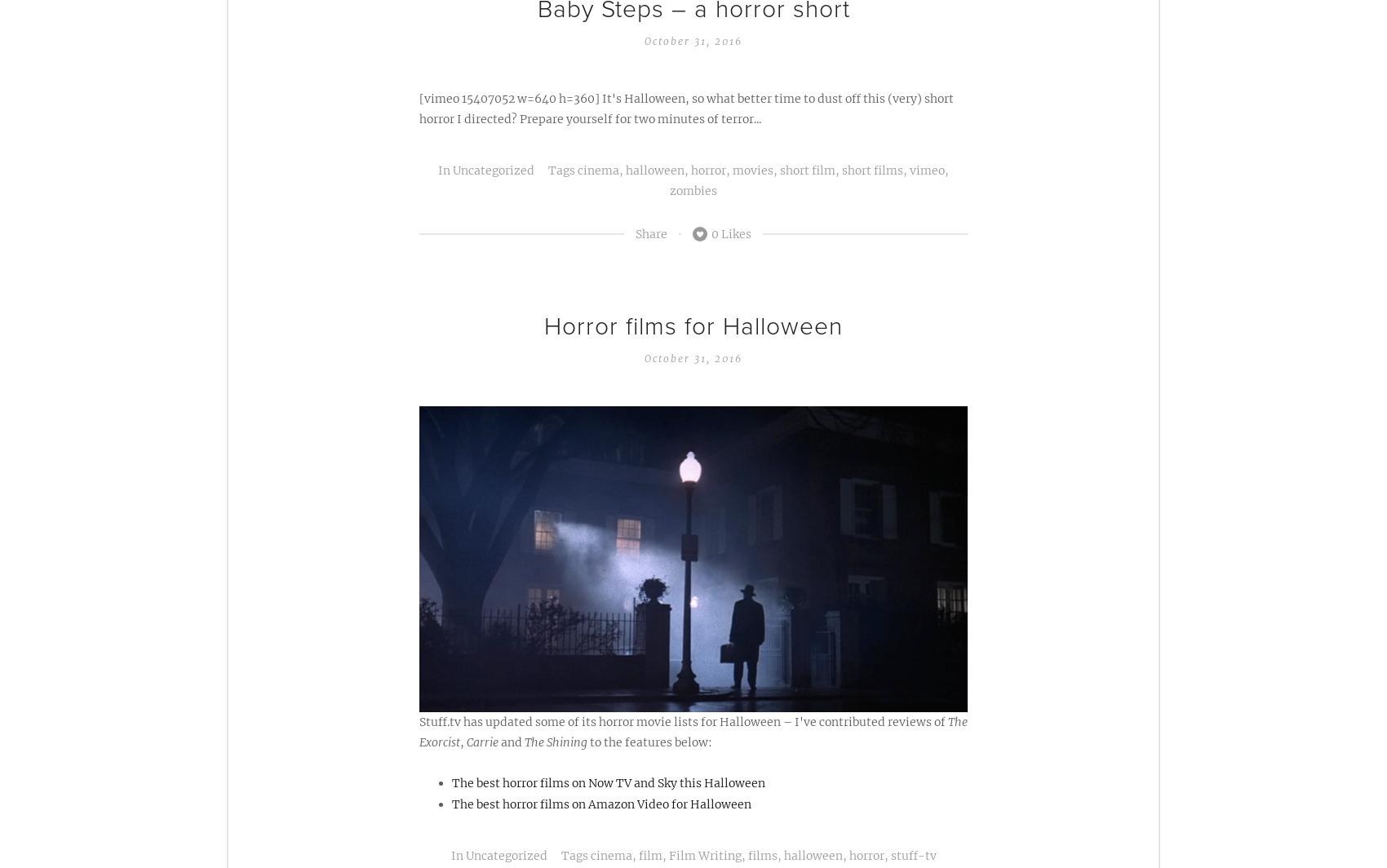 This screenshot has width=1387, height=868. What do you see at coordinates (607, 783) in the screenshot?
I see `'The best horror films on Now TV and Sky this Halloween'` at bounding box center [607, 783].